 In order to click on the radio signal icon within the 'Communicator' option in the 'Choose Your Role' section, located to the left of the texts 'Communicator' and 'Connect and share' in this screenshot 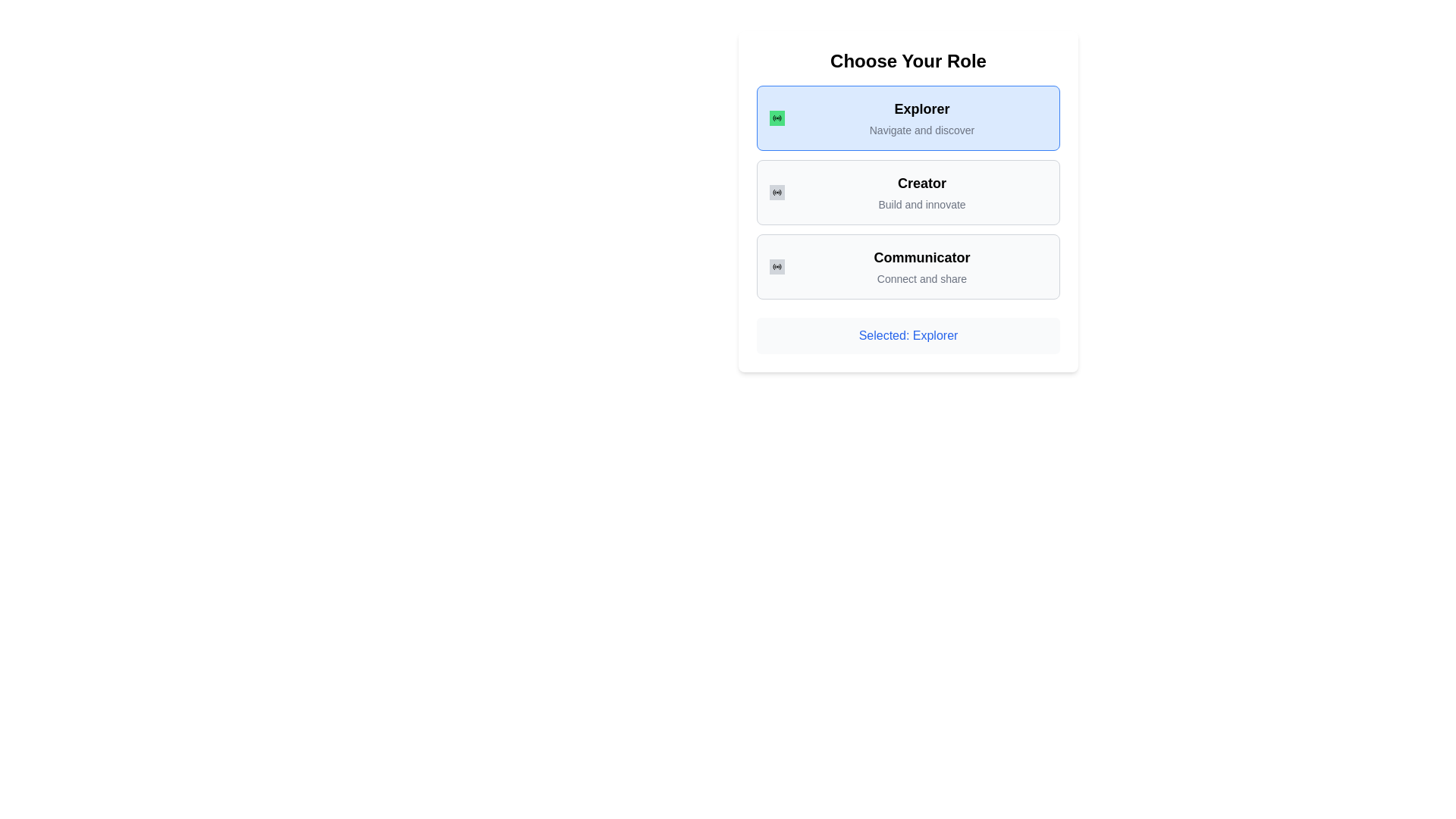, I will do `click(777, 265)`.